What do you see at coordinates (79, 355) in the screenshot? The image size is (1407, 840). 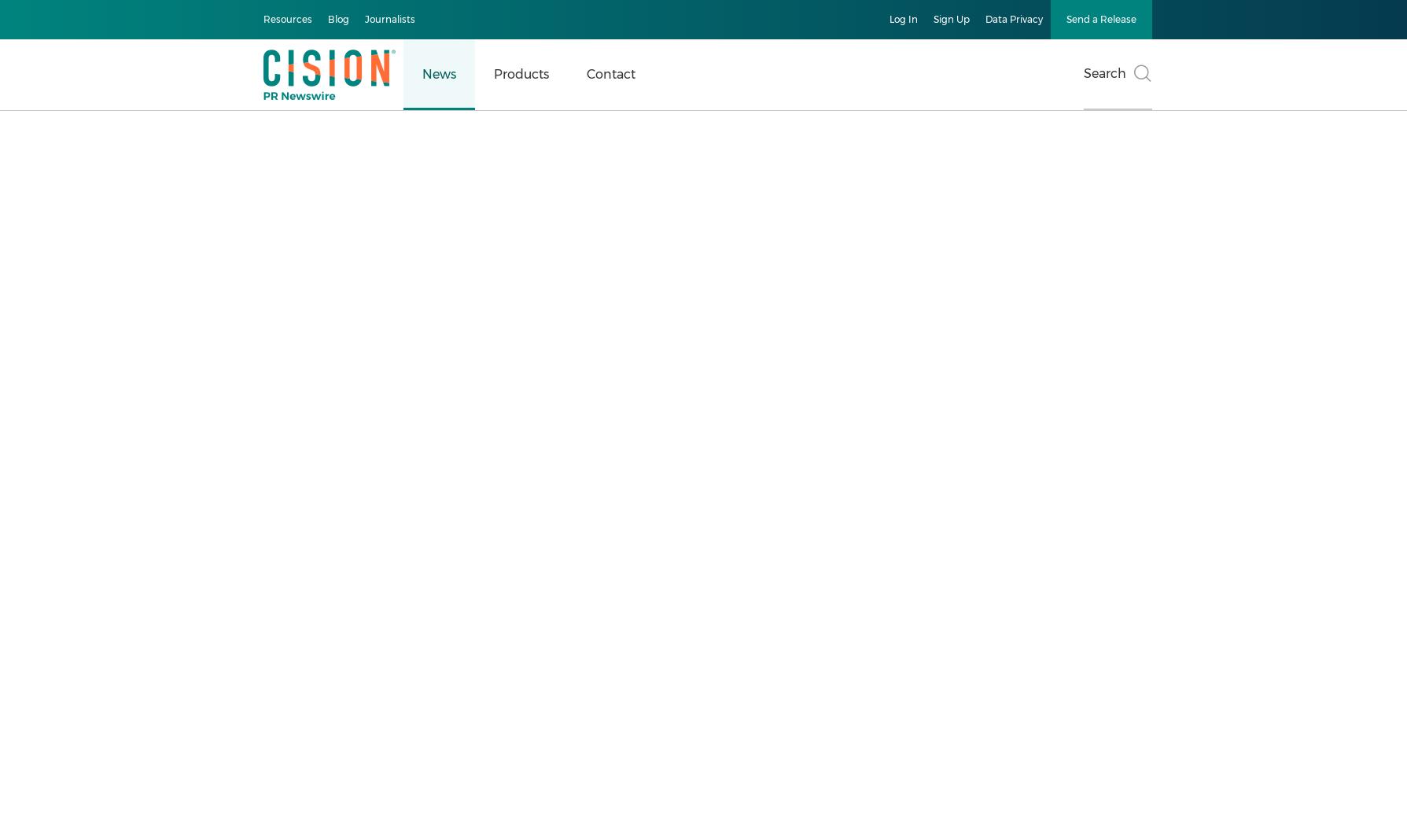 I see `'Business & Money'` at bounding box center [79, 355].